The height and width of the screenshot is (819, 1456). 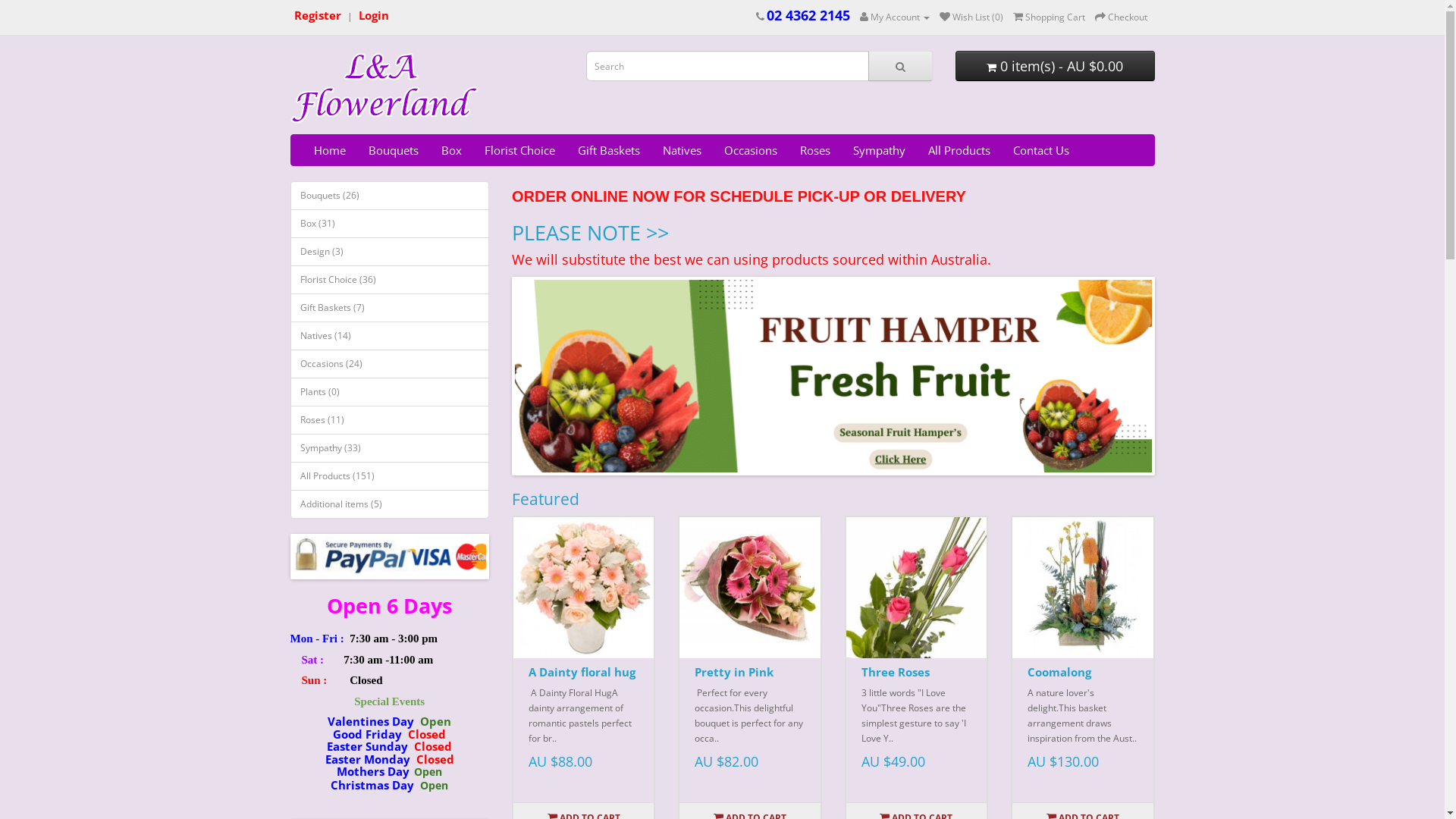 I want to click on 'Wish List (0)', so click(x=971, y=17).